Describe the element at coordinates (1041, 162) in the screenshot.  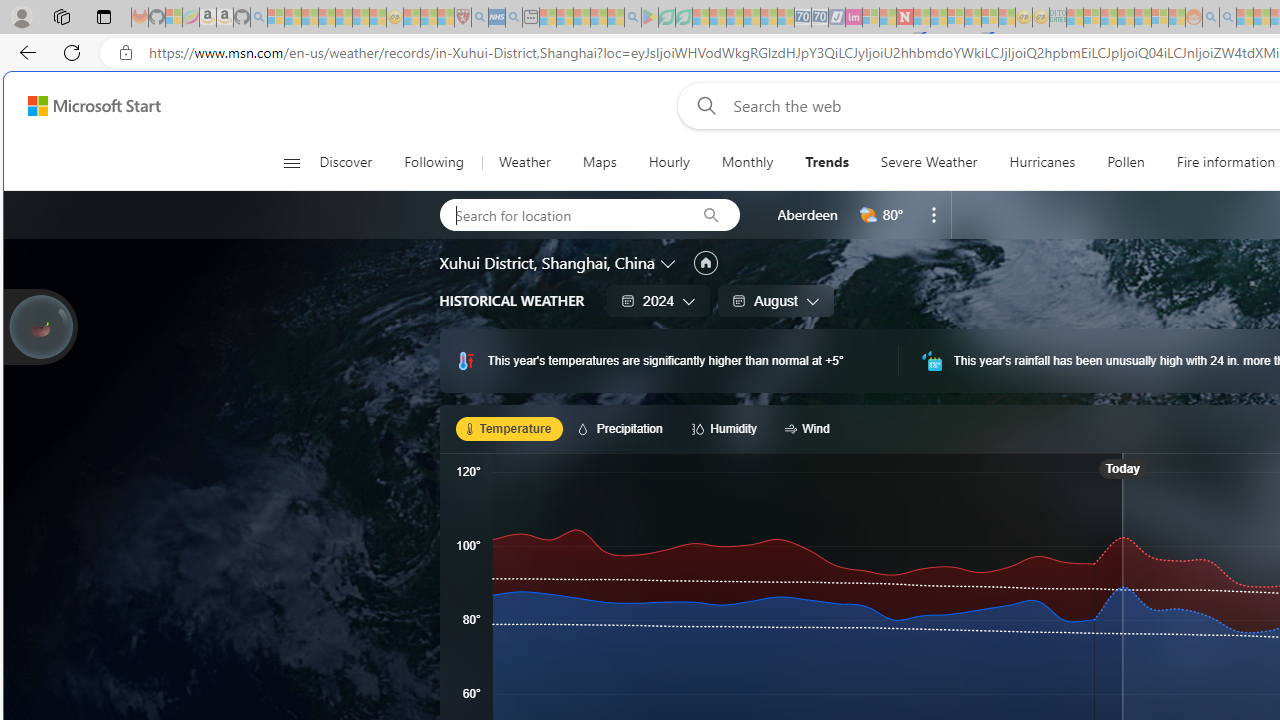
I see `'Hurricanes'` at that location.